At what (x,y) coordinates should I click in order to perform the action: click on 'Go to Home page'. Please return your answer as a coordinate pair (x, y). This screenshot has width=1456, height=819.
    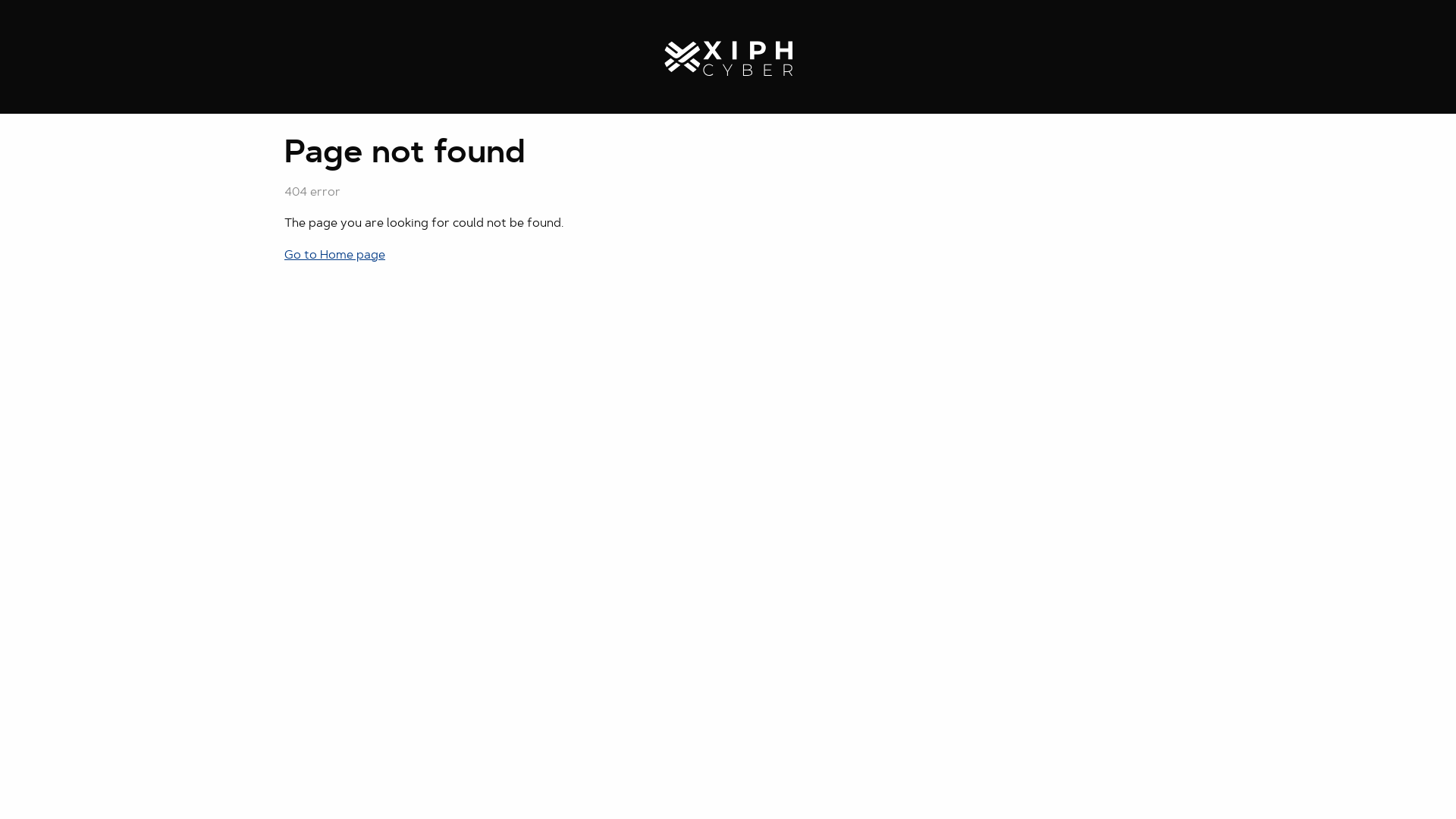
    Looking at the image, I should click on (284, 254).